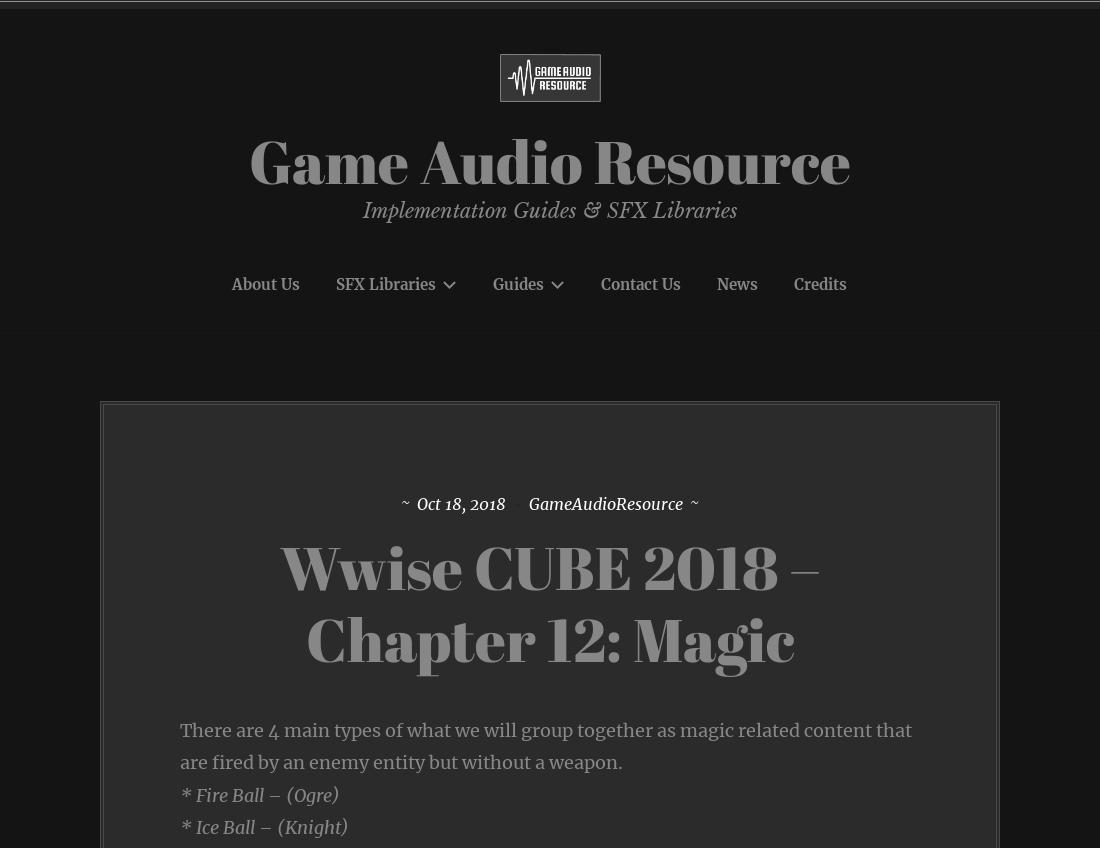  I want to click on 'Guides', so click(518, 283).